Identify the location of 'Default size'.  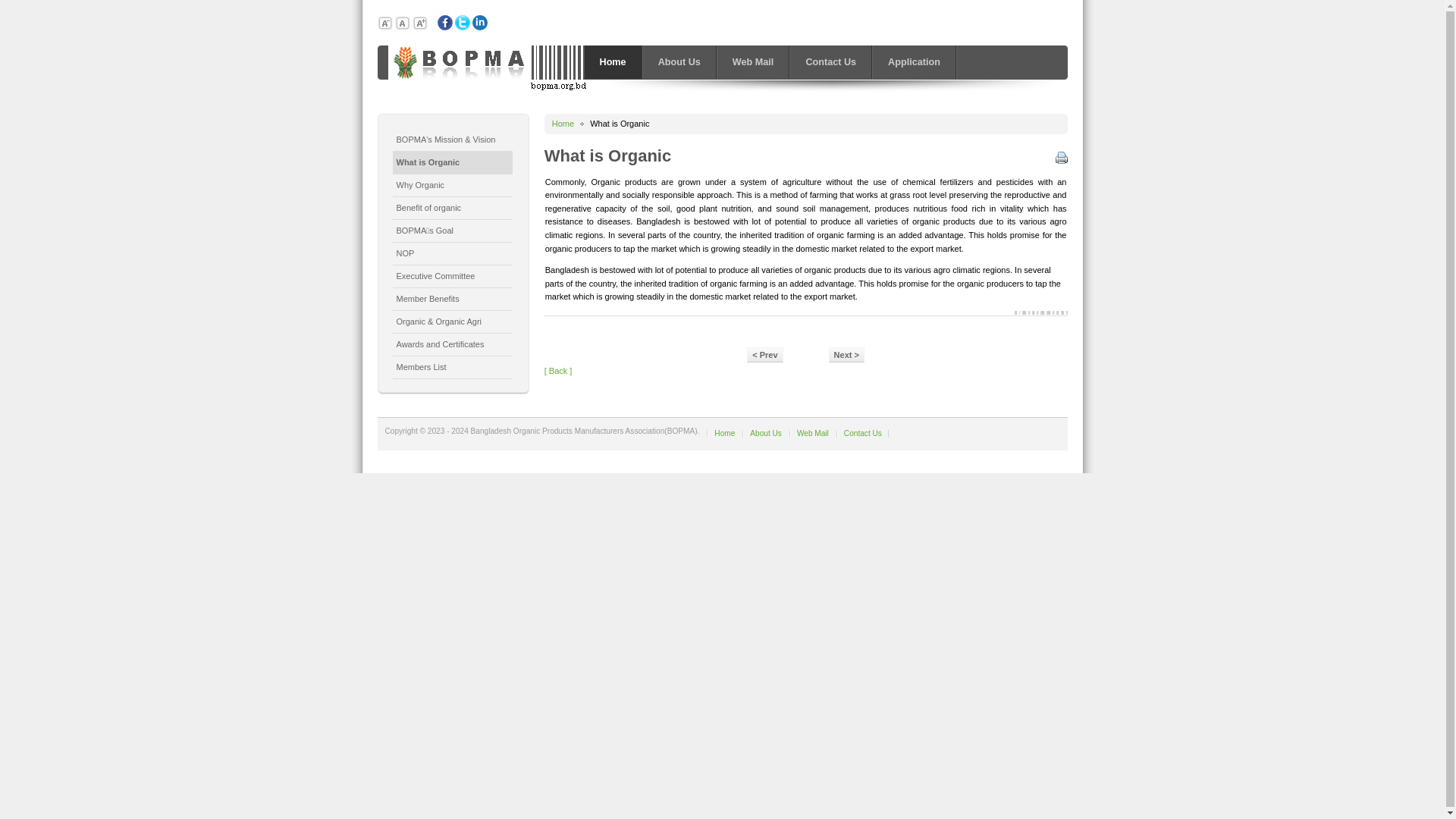
(403, 23).